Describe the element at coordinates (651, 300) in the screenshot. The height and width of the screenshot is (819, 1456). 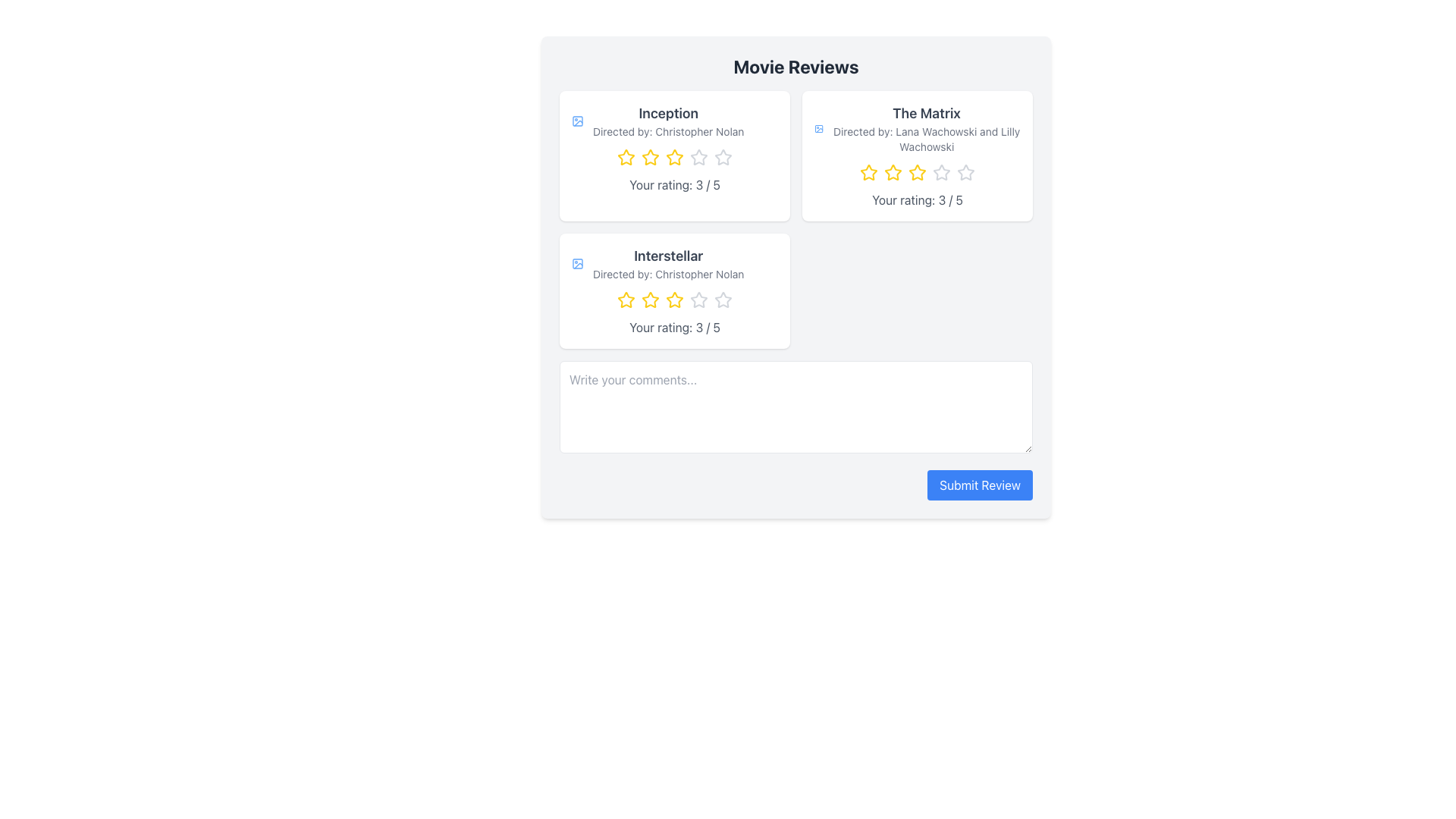
I see `the third star in the sequence of five stars to rate 'Interstellar' with a score of 3 out of 5` at that location.